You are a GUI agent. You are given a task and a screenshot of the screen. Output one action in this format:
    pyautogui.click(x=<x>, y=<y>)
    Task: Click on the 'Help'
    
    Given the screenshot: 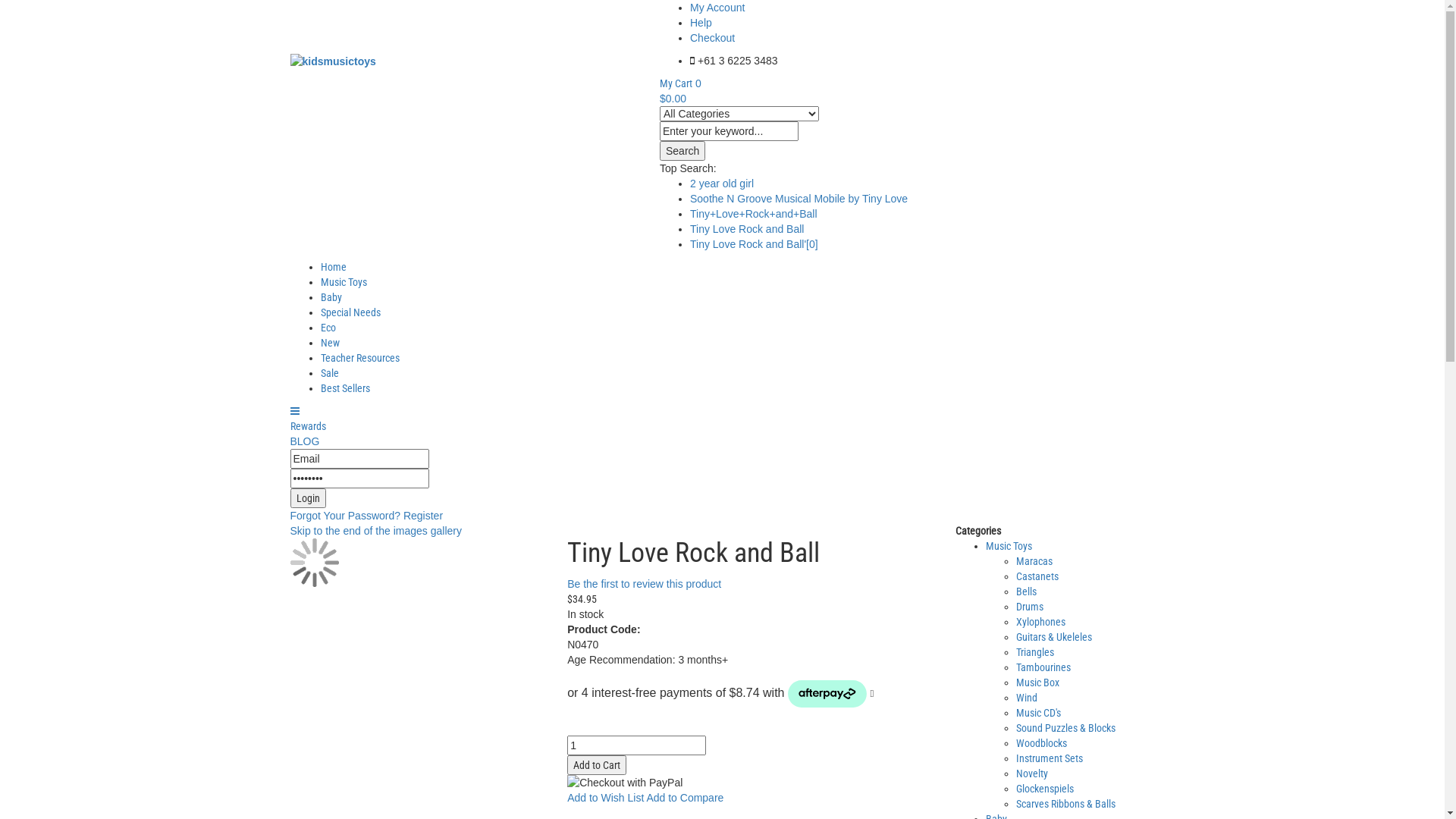 What is the action you would take?
    pyautogui.click(x=689, y=23)
    